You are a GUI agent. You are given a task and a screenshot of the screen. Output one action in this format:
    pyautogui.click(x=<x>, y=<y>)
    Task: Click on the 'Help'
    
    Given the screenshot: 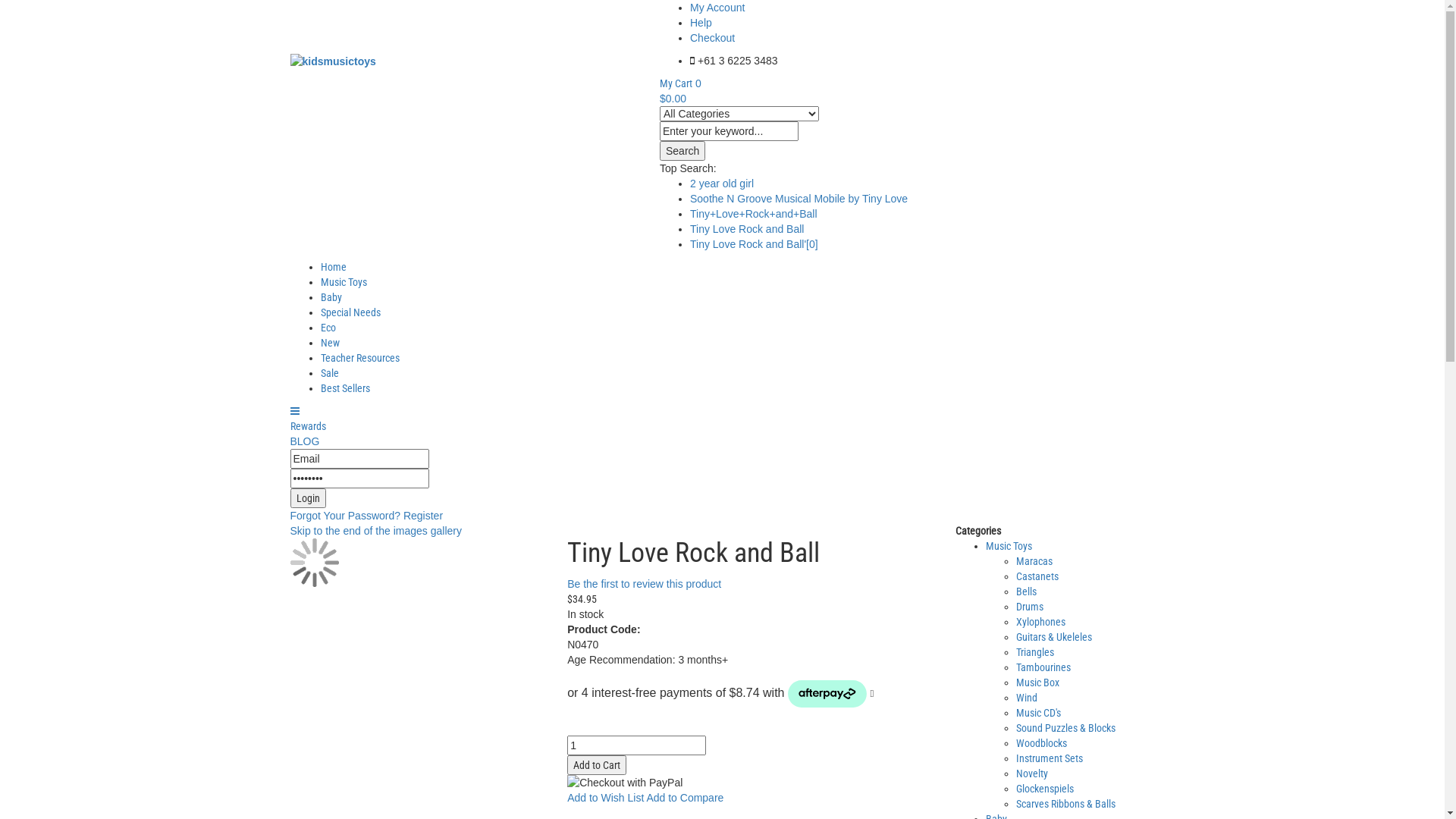 What is the action you would take?
    pyautogui.click(x=689, y=23)
    